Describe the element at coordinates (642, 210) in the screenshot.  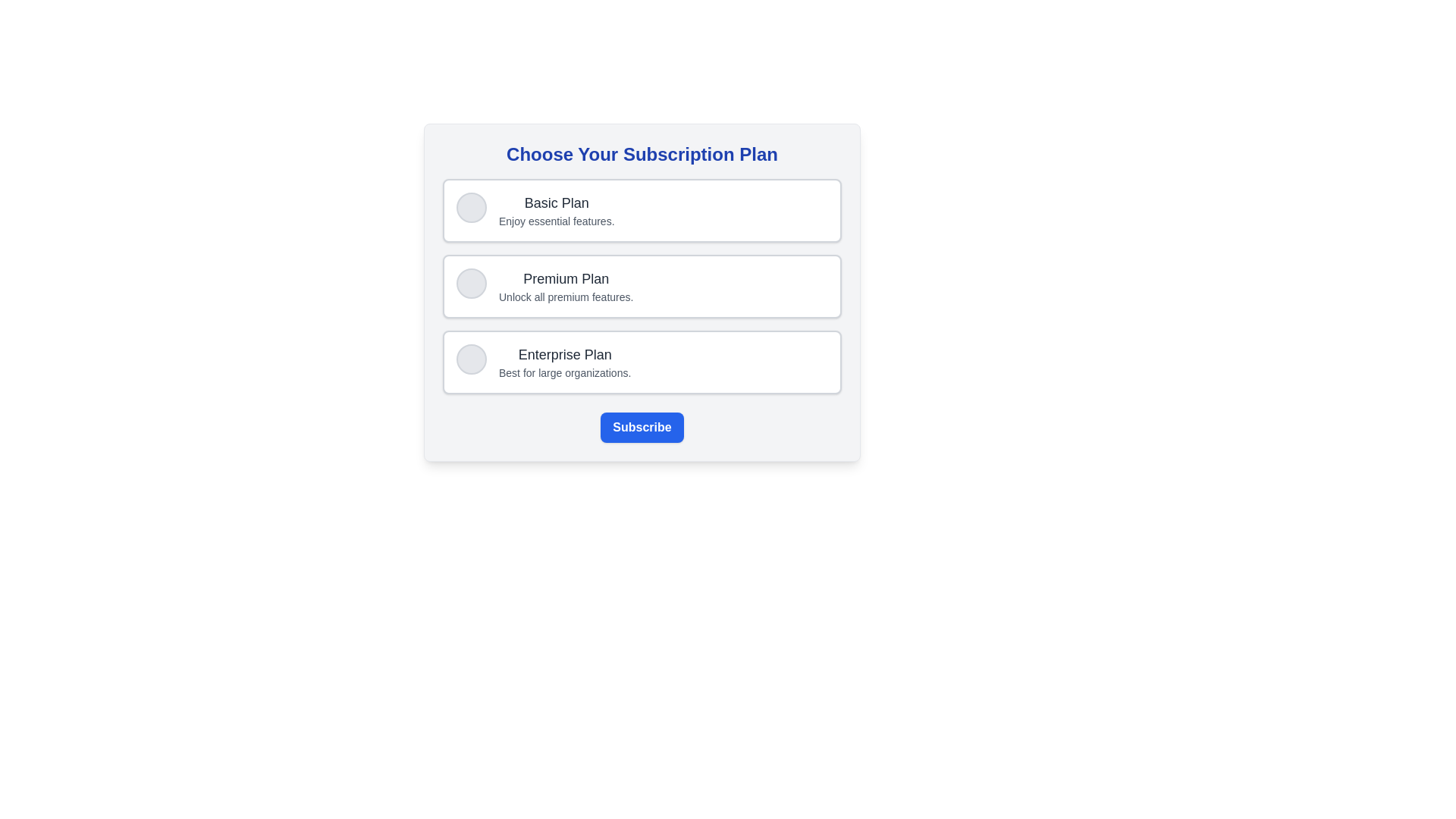
I see `the 'Basic Plan' subscription option` at that location.